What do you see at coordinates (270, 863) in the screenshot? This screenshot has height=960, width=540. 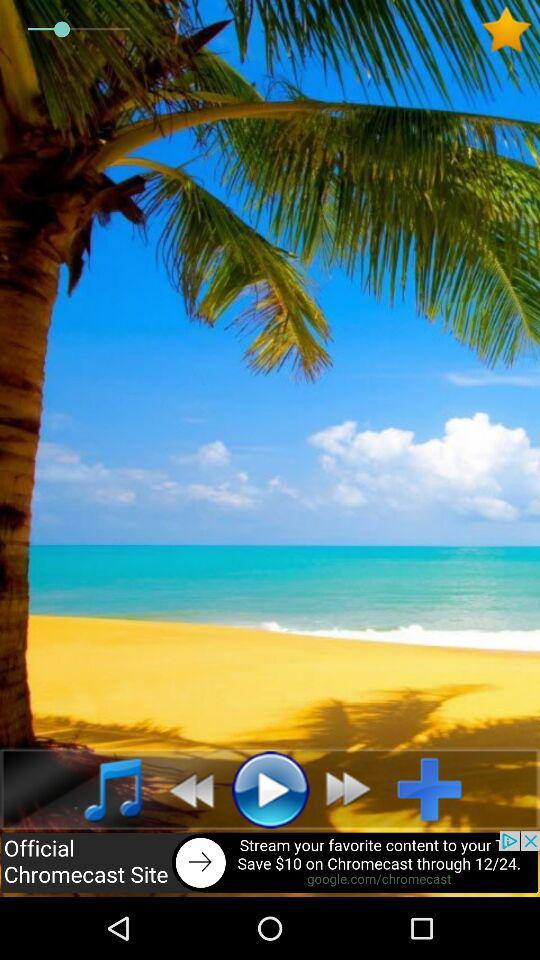 I see `open advertisements` at bounding box center [270, 863].